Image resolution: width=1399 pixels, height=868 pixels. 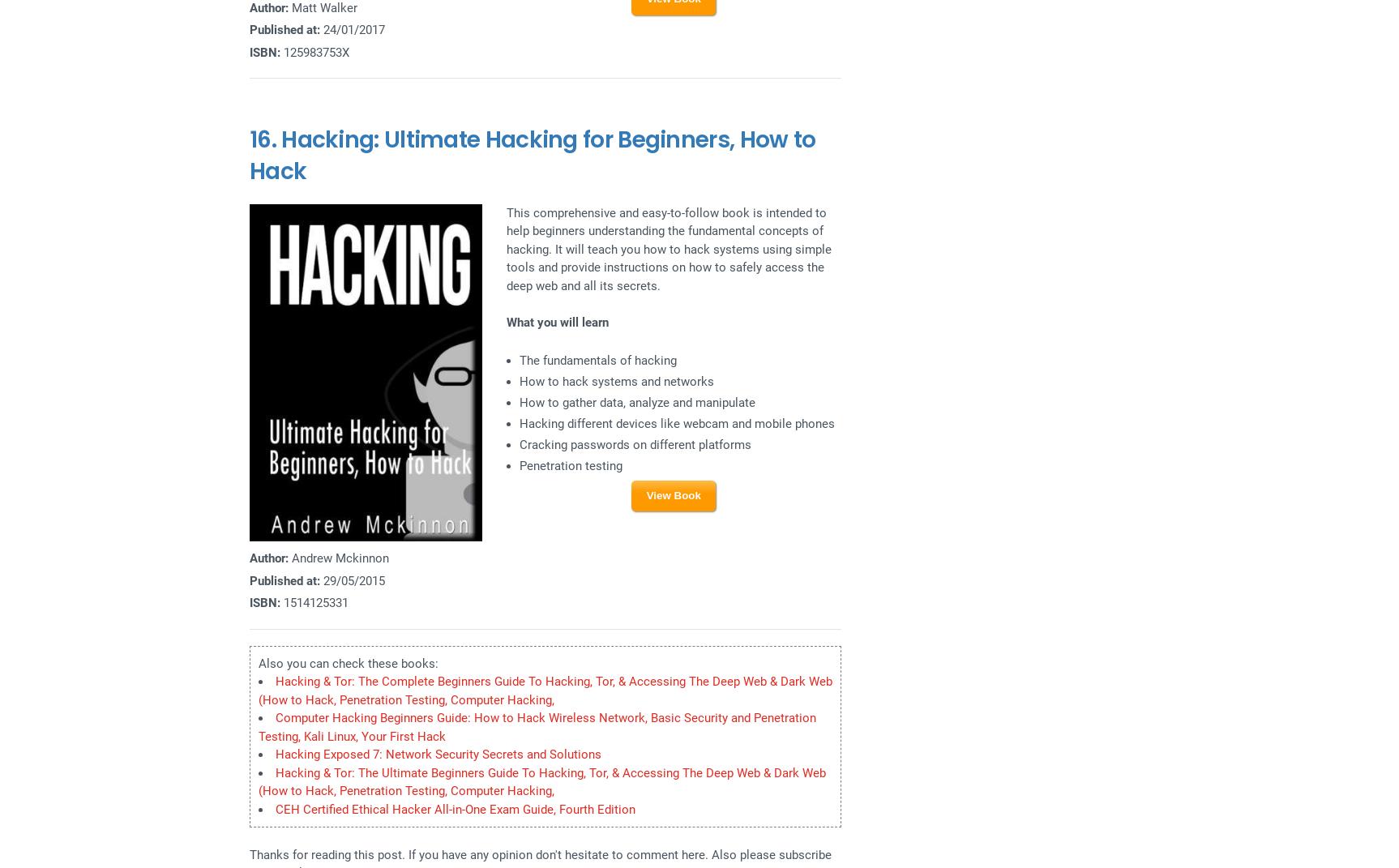 I want to click on 'Also you can check these books:', so click(x=348, y=662).